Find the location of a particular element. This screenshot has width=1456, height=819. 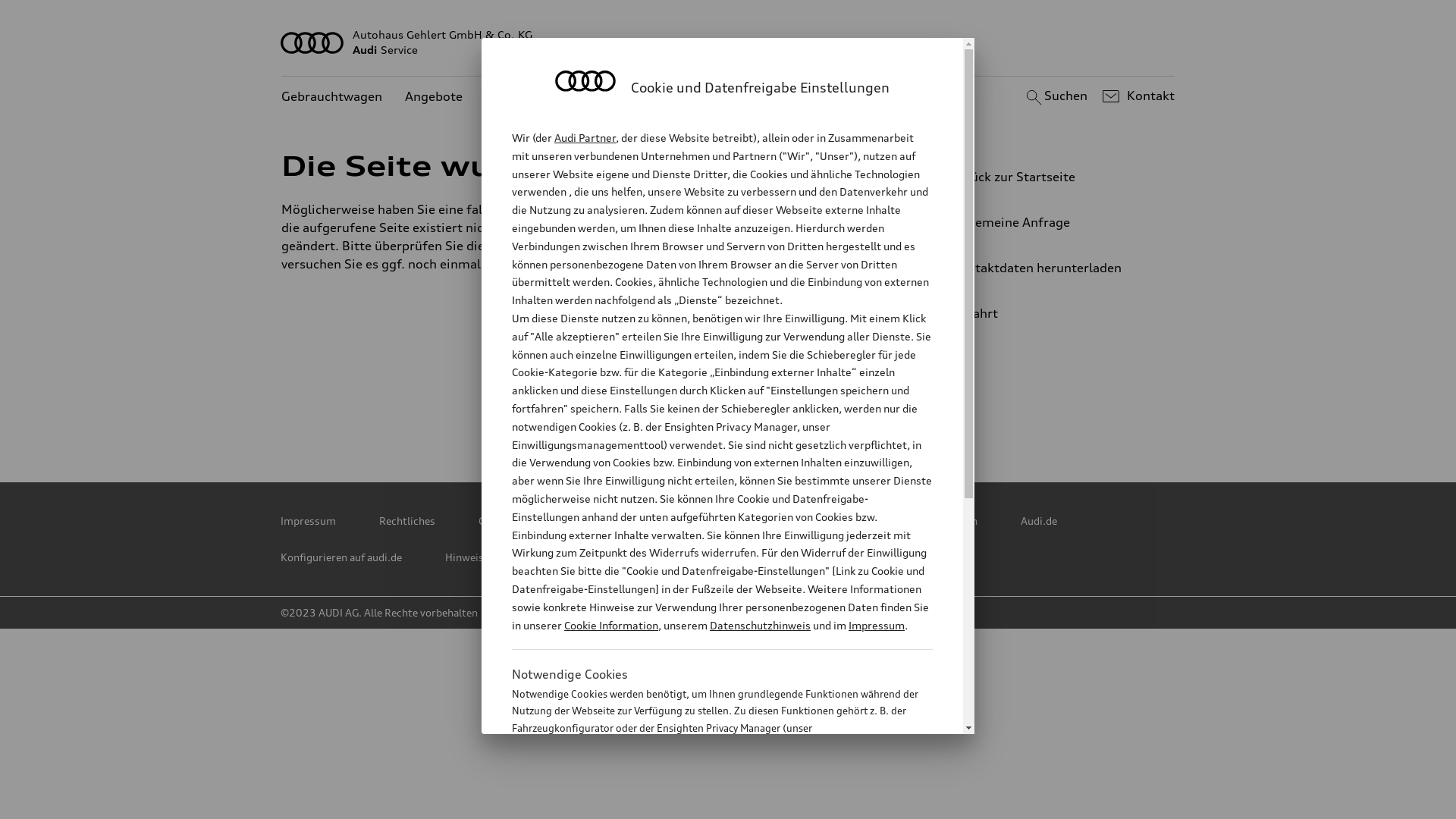

'Konfigurieren auf audi.de' is located at coordinates (340, 557).